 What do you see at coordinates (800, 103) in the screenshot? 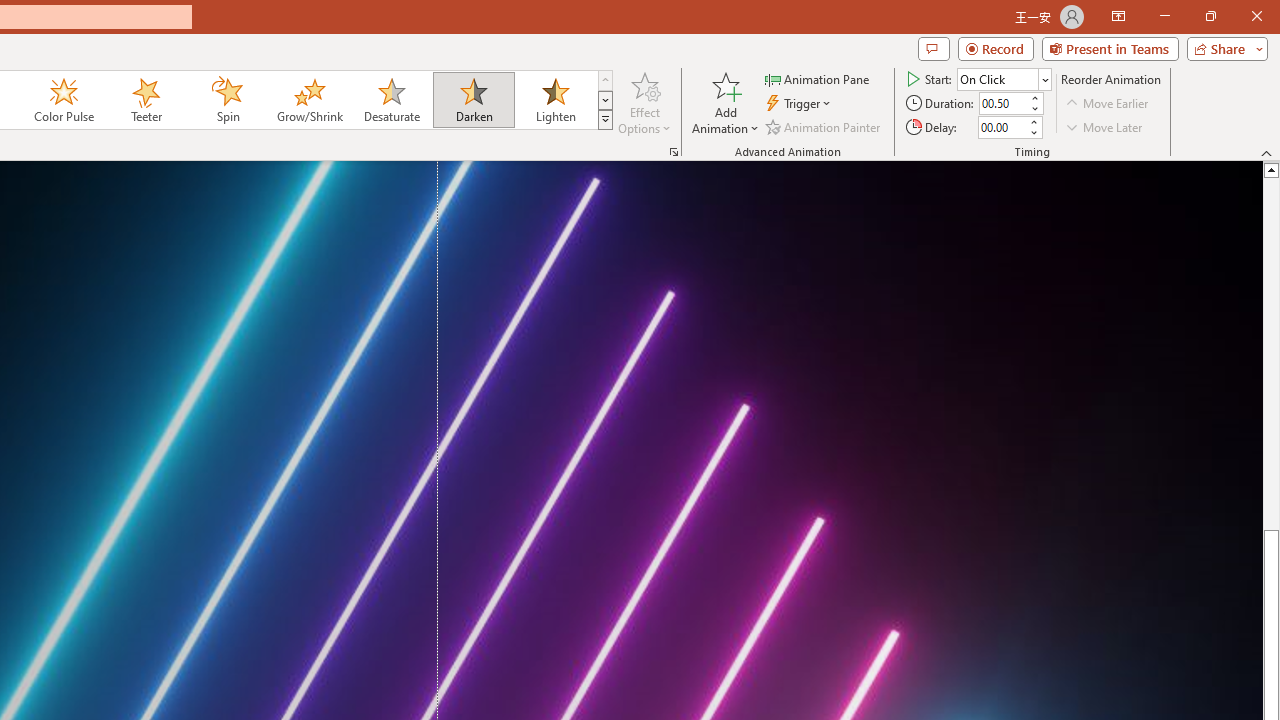
I see `'Trigger'` at bounding box center [800, 103].